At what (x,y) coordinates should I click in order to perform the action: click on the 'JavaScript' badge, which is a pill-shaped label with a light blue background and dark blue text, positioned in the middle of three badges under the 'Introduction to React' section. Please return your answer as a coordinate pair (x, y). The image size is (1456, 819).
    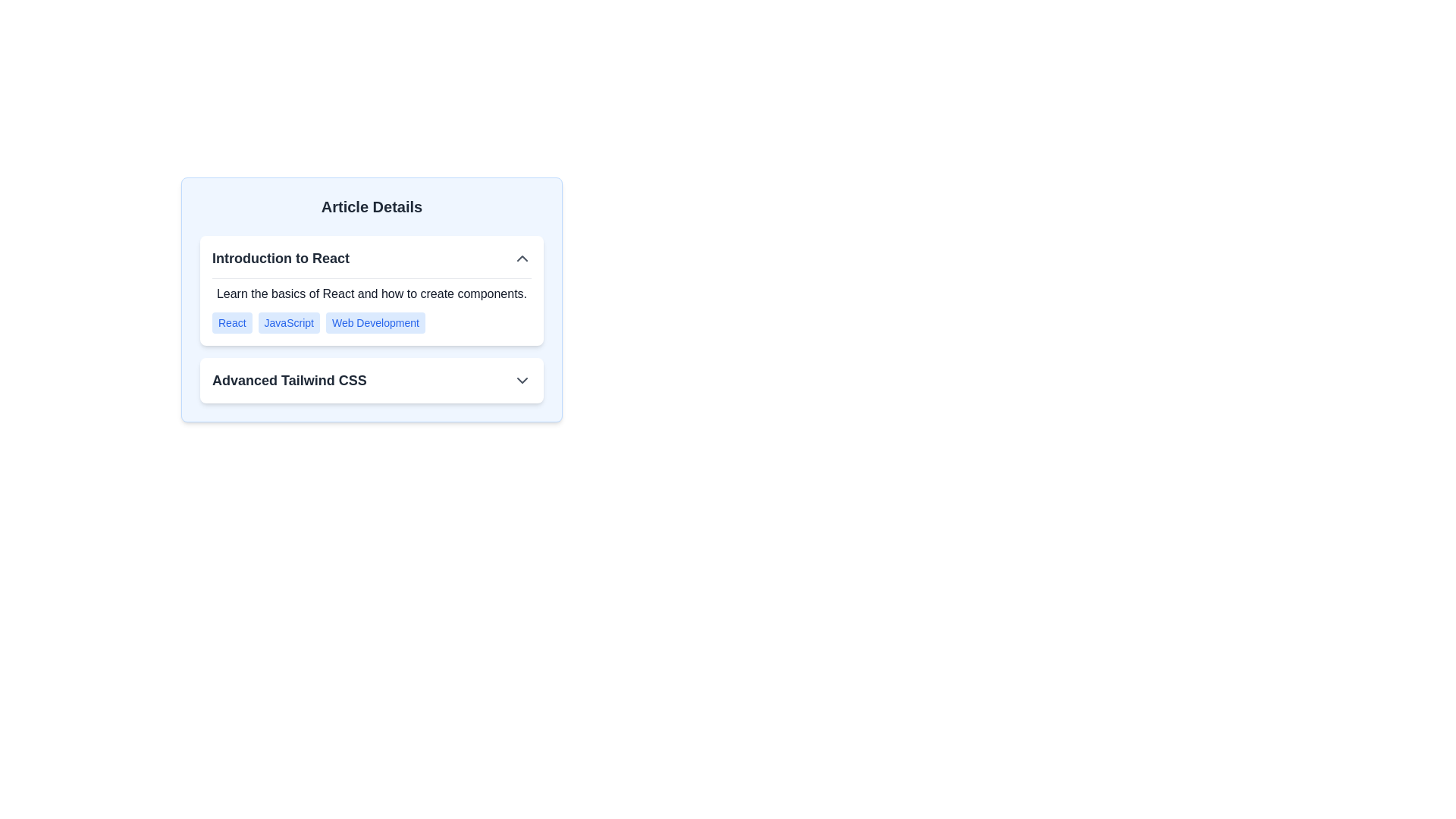
    Looking at the image, I should click on (289, 322).